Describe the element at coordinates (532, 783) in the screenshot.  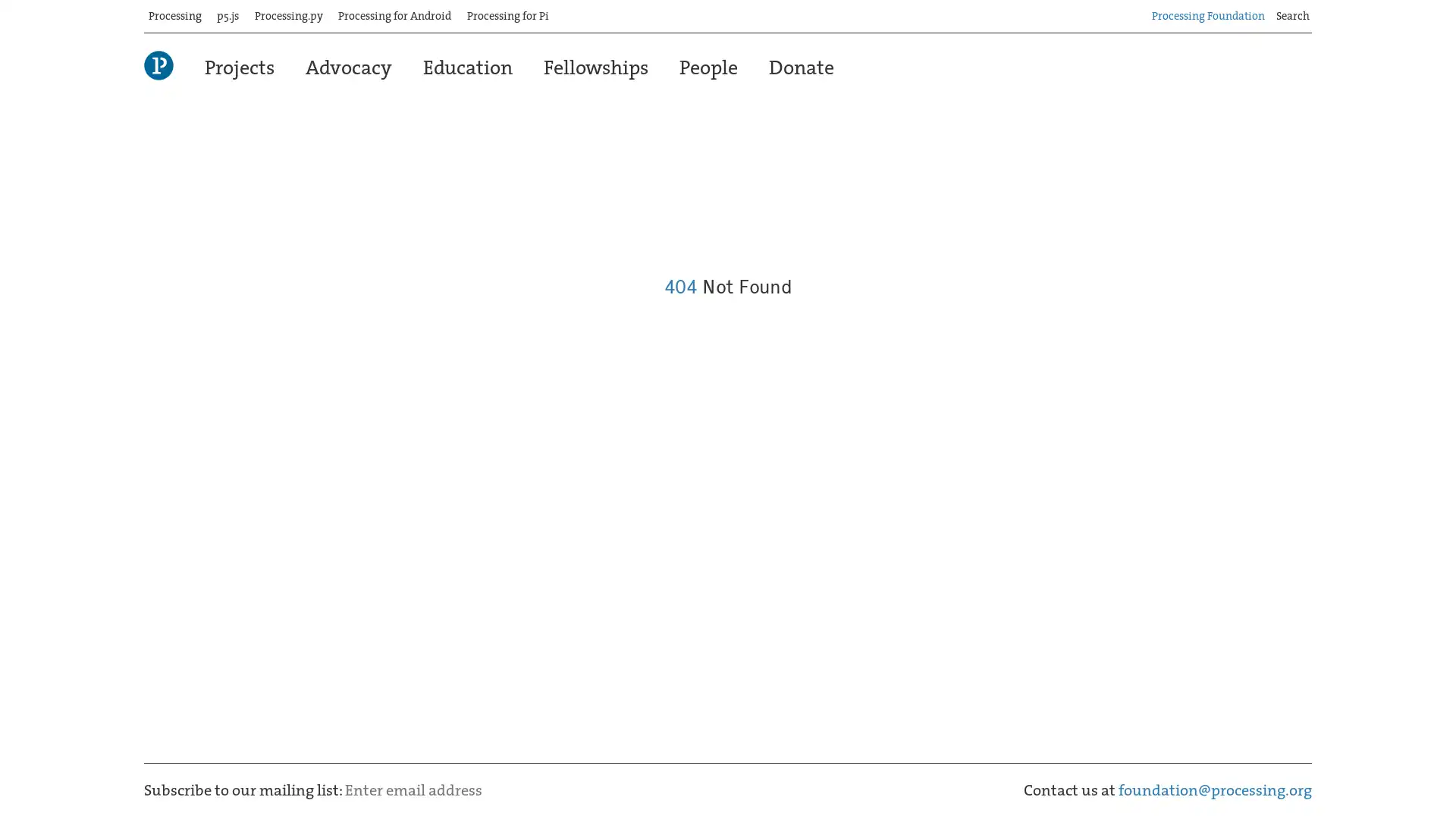
I see `Submit` at that location.